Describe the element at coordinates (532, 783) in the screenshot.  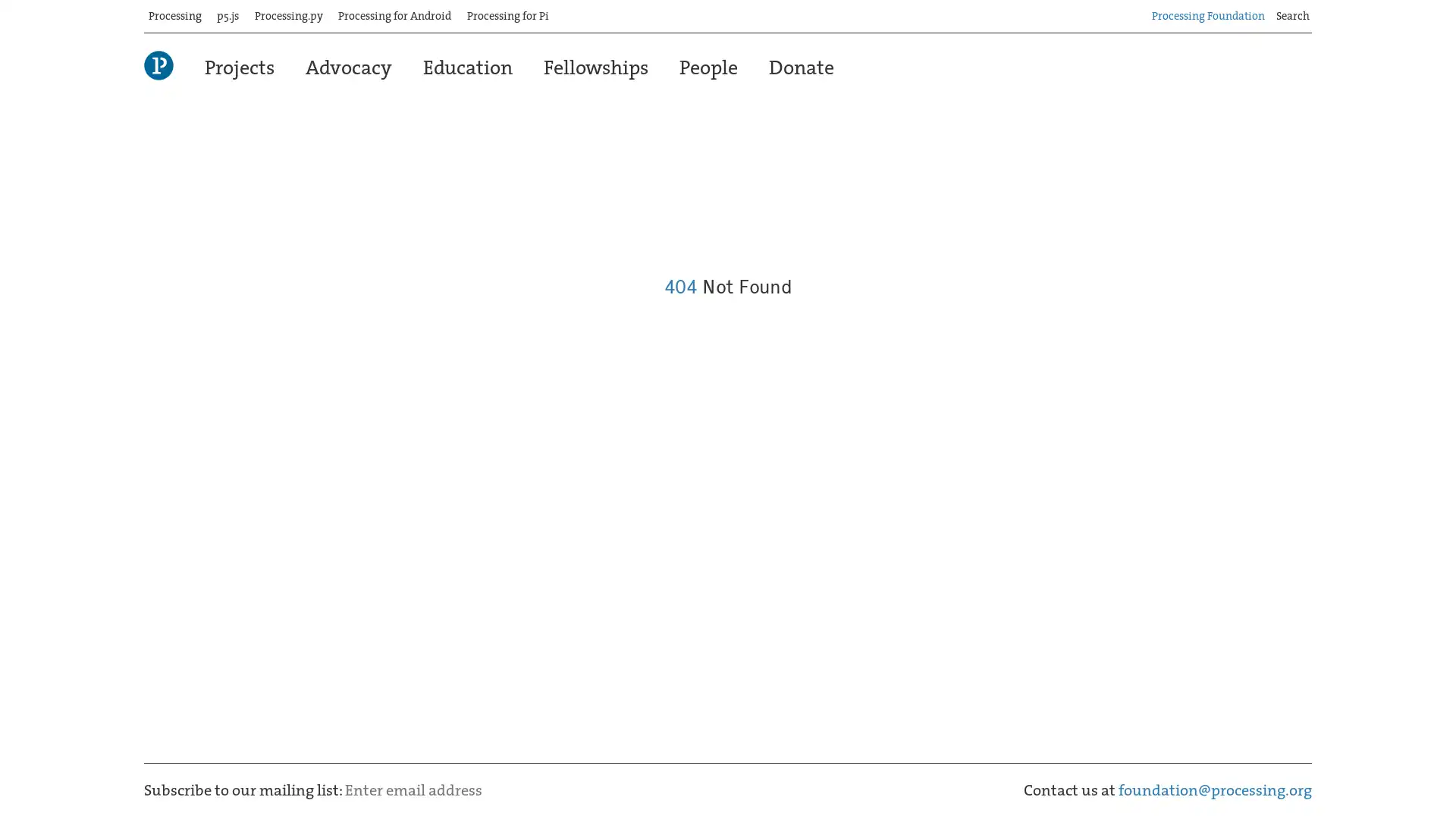
I see `Submit` at that location.